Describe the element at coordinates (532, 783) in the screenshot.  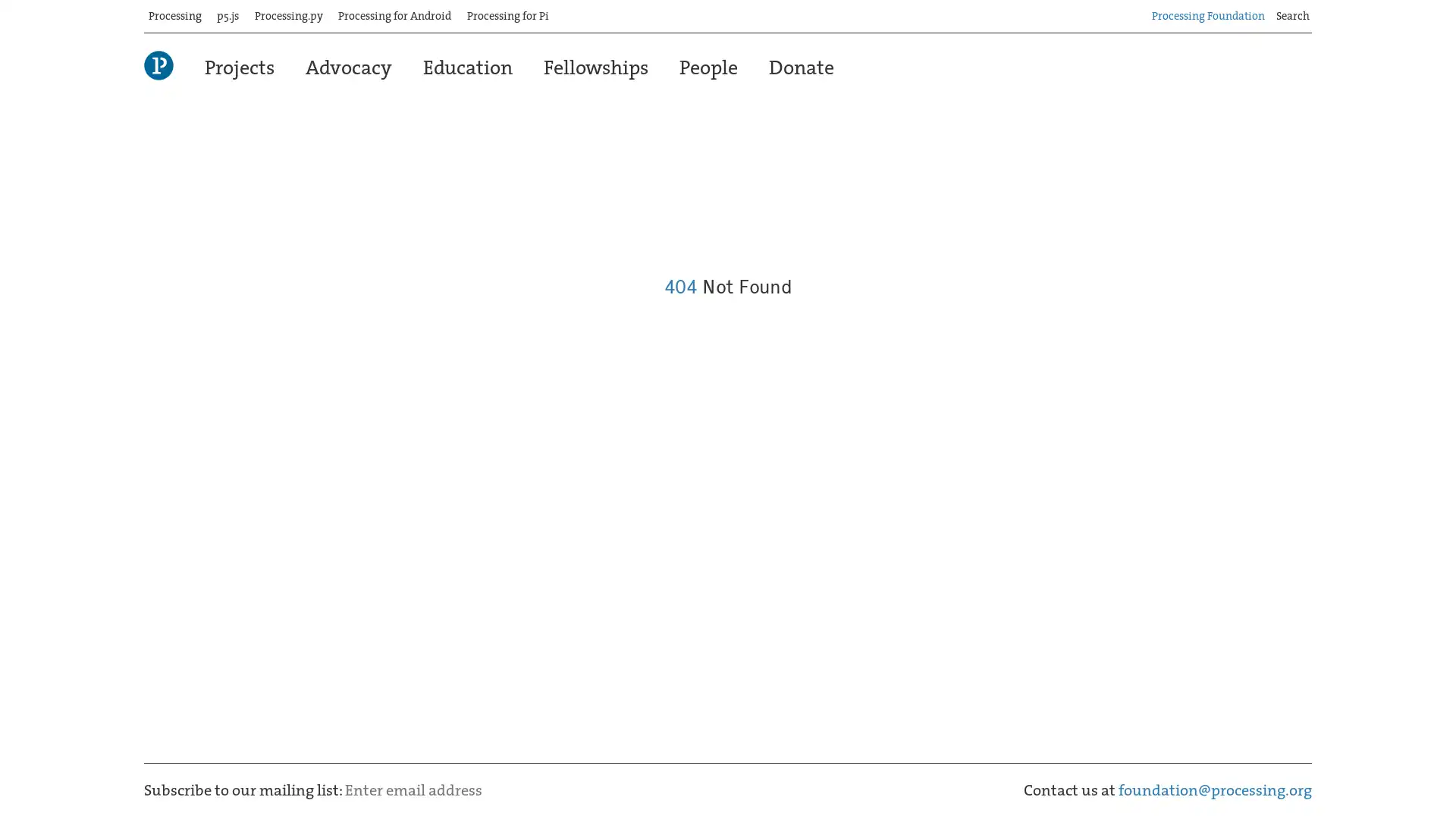
I see `Submit` at that location.